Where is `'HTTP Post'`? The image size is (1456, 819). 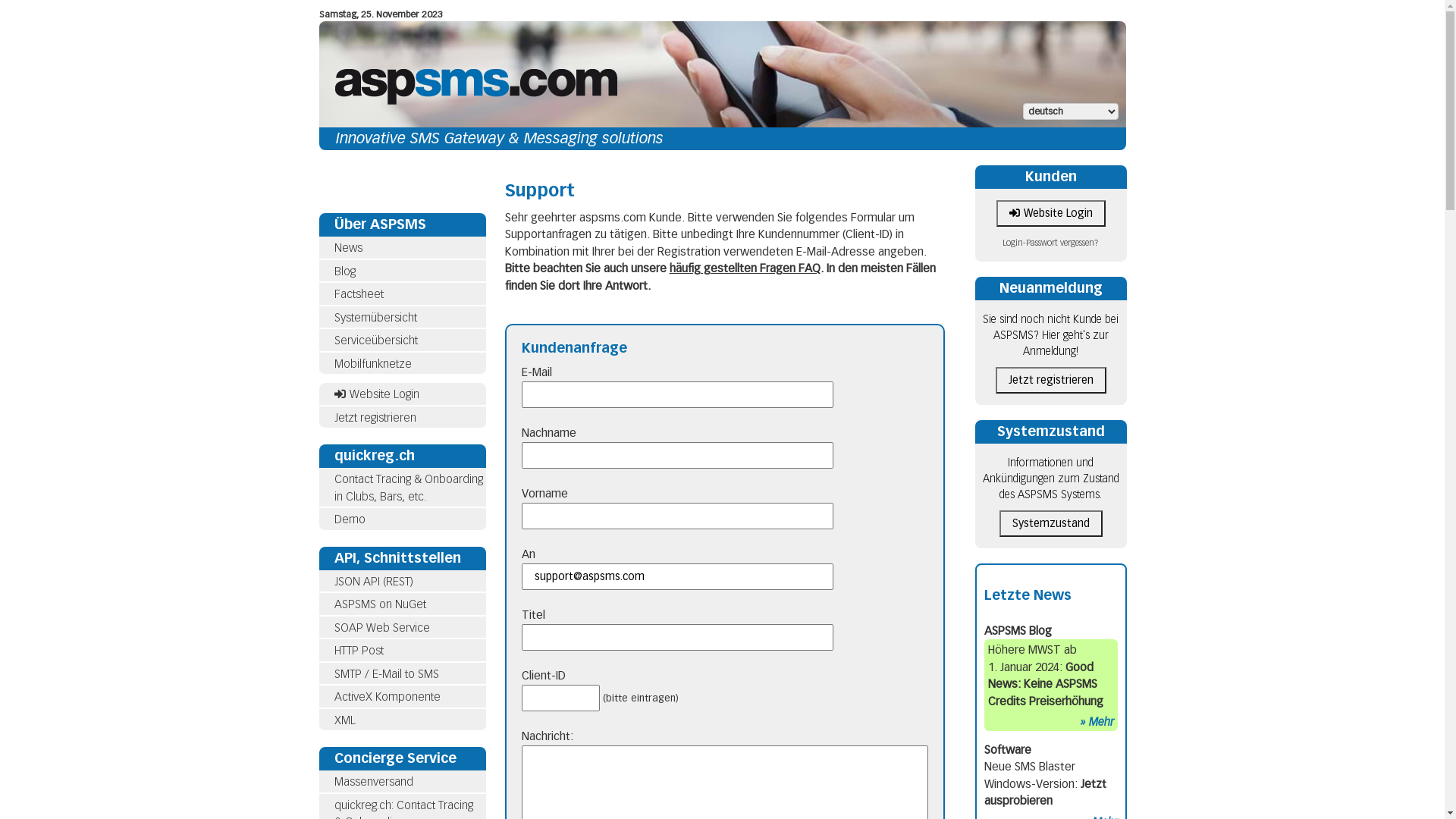
'HTTP Post' is located at coordinates (318, 650).